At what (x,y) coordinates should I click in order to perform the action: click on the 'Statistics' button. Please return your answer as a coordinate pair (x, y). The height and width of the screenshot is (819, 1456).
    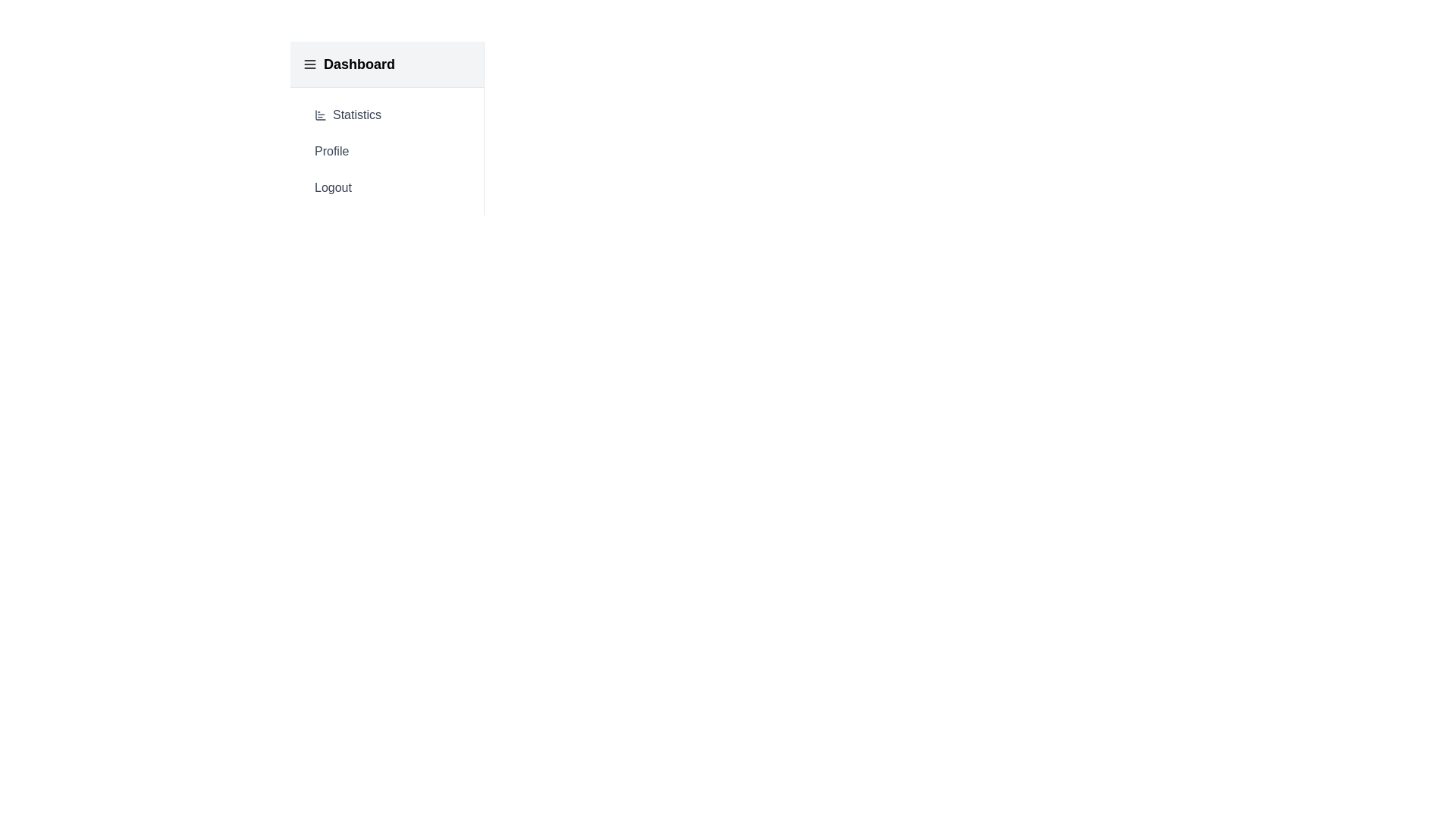
    Looking at the image, I should click on (387, 114).